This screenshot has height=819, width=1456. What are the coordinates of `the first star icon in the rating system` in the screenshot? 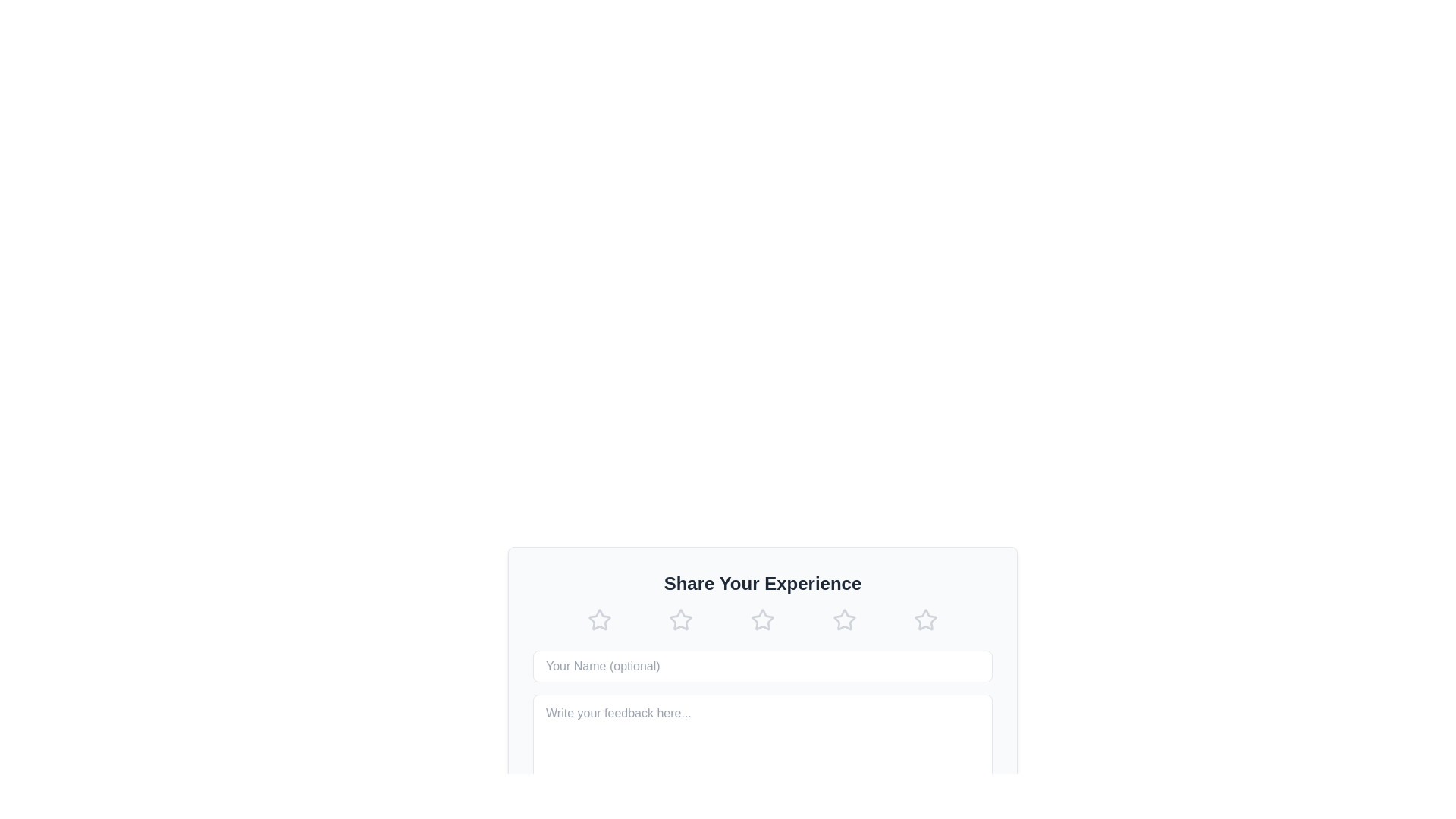 It's located at (598, 620).